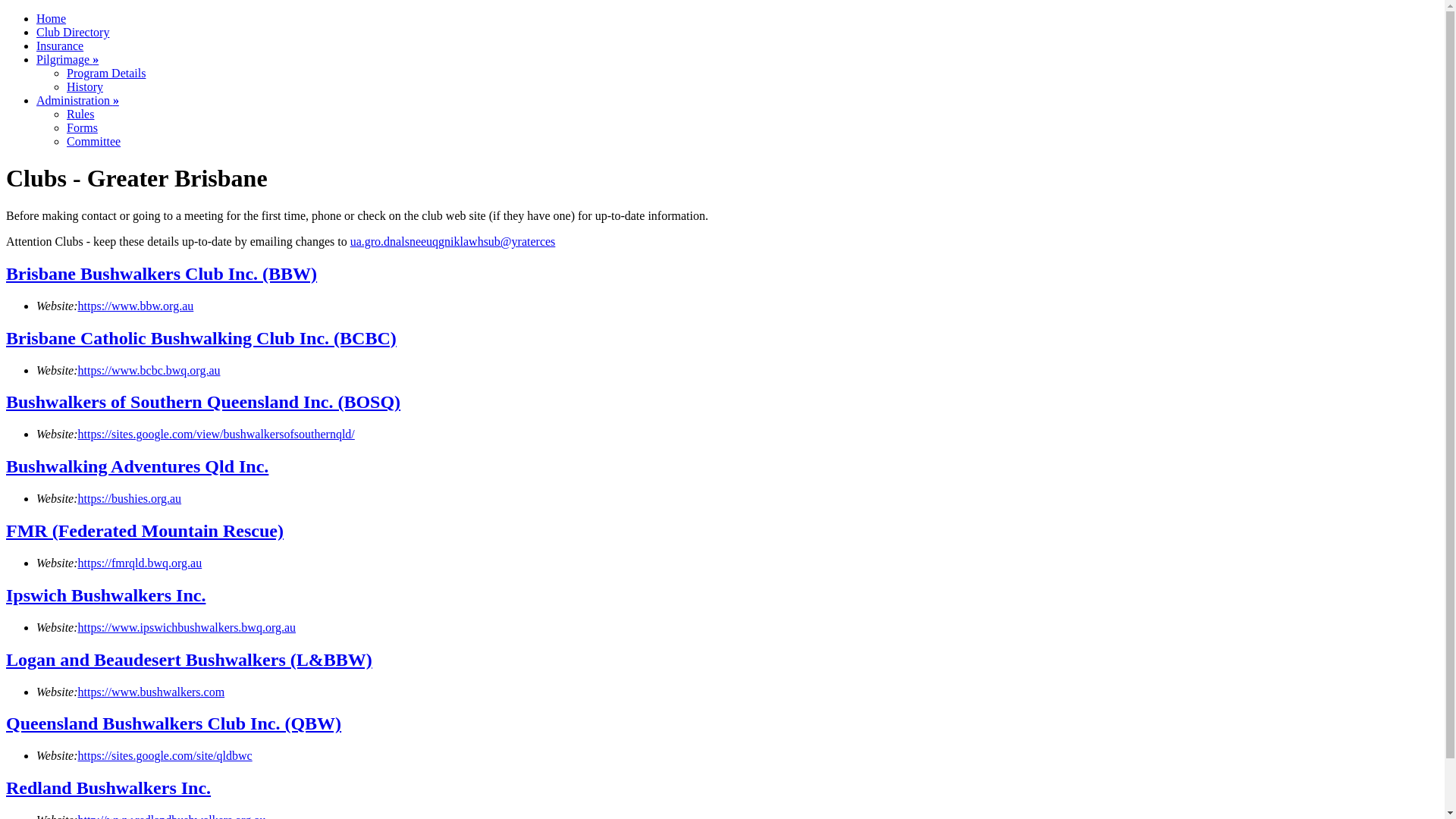 This screenshot has height=819, width=1456. I want to click on 'https://www.bbw.org.au', so click(136, 306).